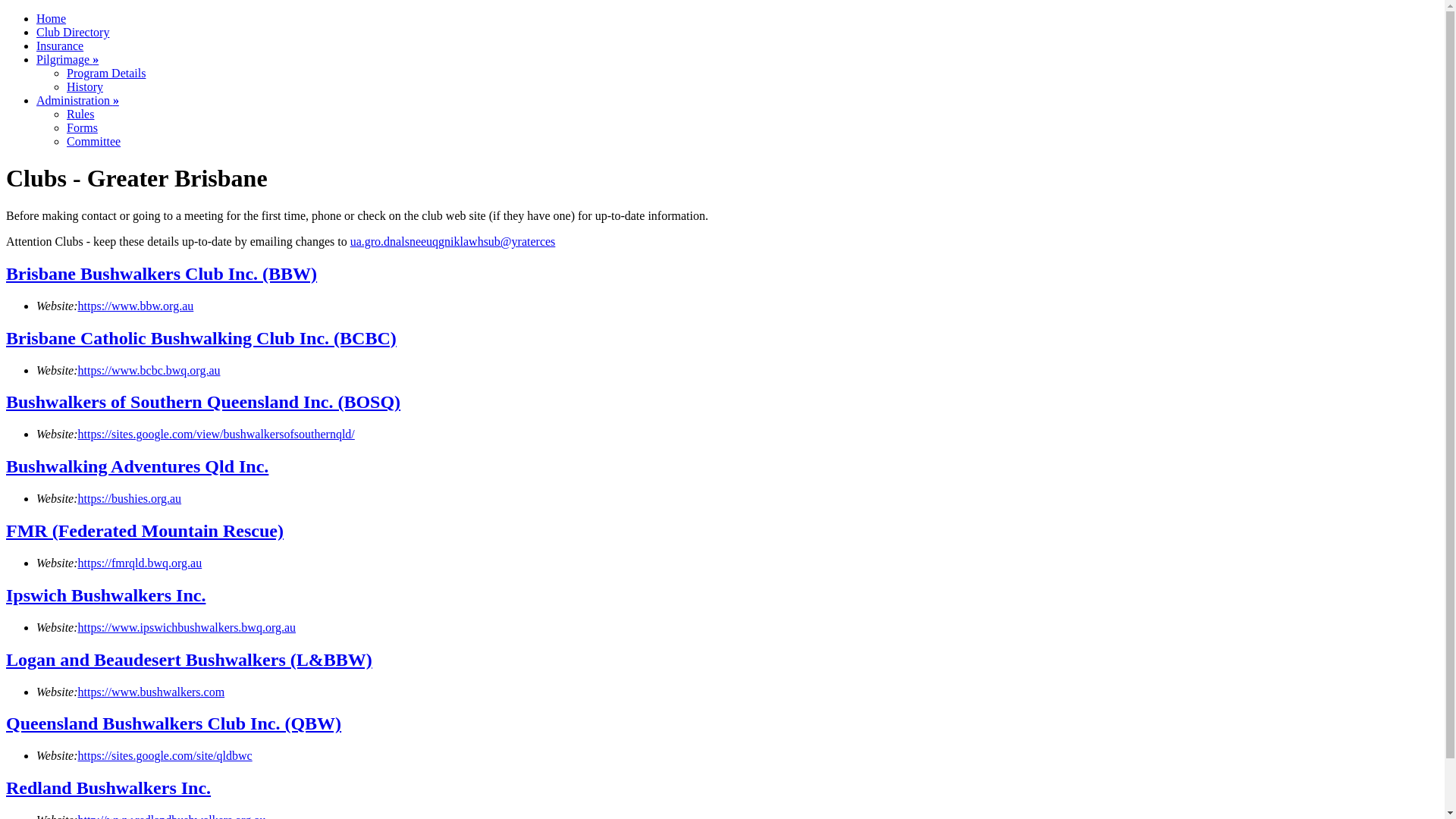 This screenshot has height=819, width=1456. I want to click on 'https://www.bbw.org.au', so click(136, 306).